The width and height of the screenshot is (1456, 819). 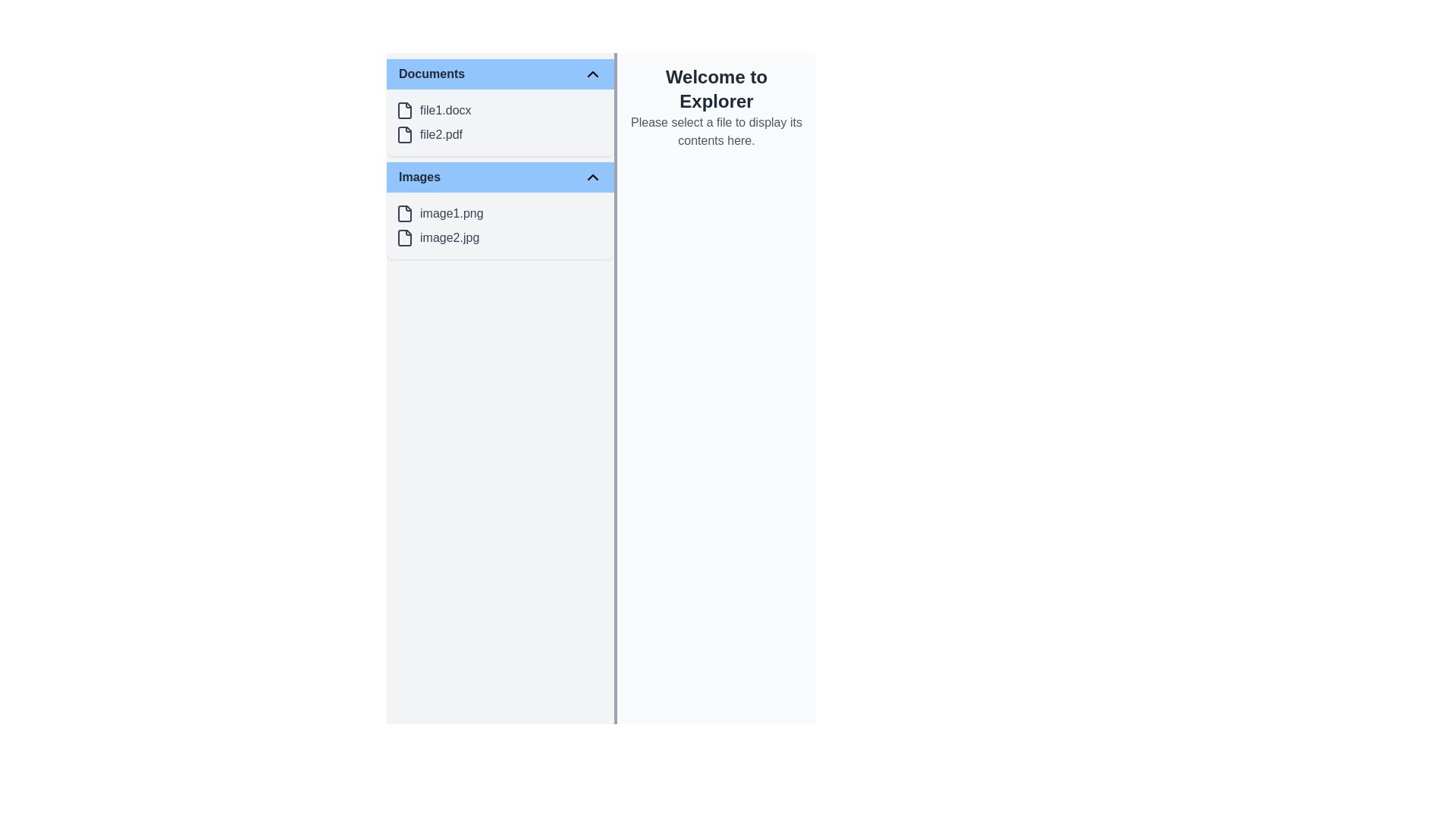 I want to click on the chevron-up icon button located to the right of the 'Images' text in the header section of the 'Images' folder block, so click(x=592, y=177).